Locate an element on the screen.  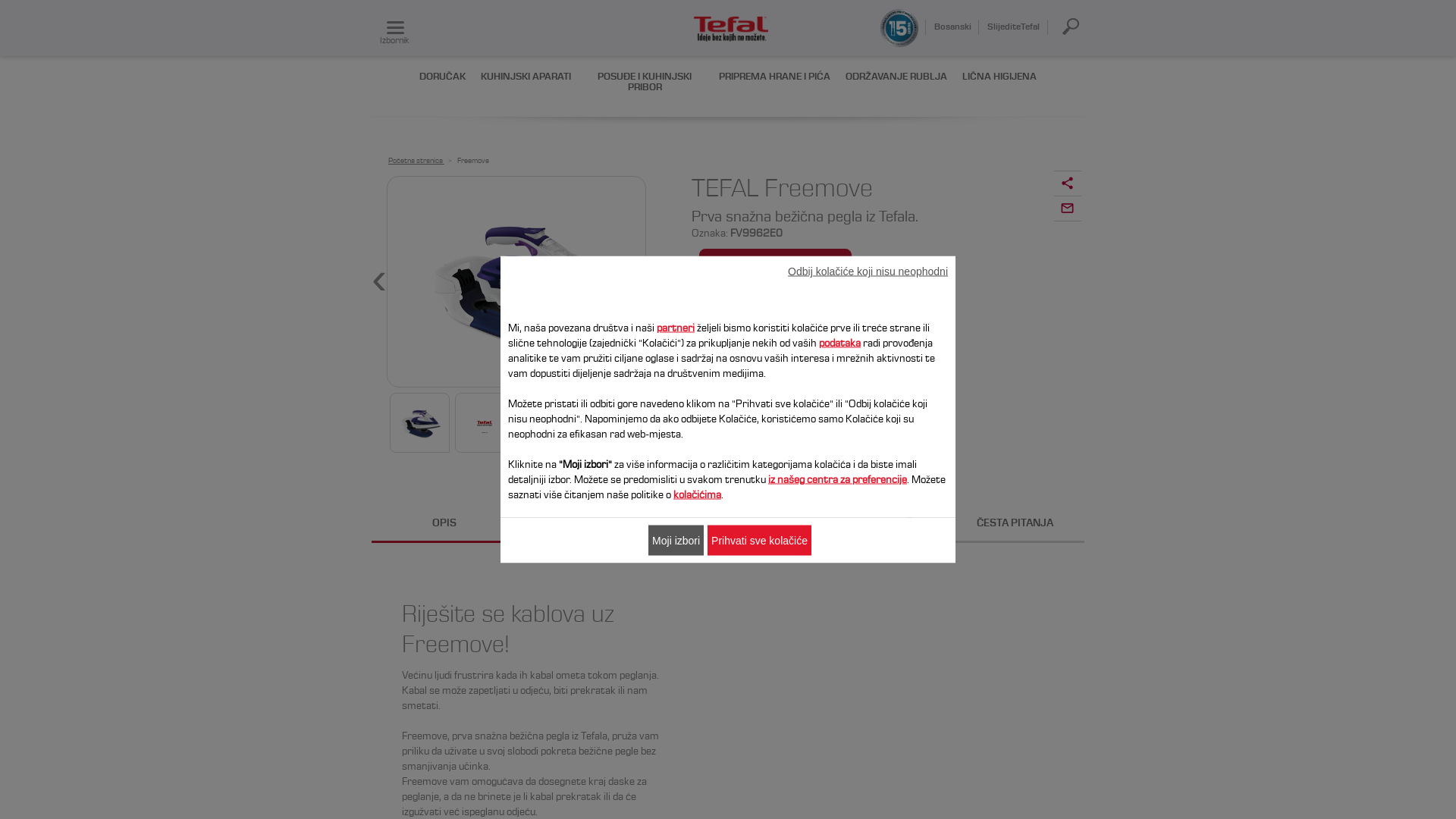
'podataka' is located at coordinates (839, 343).